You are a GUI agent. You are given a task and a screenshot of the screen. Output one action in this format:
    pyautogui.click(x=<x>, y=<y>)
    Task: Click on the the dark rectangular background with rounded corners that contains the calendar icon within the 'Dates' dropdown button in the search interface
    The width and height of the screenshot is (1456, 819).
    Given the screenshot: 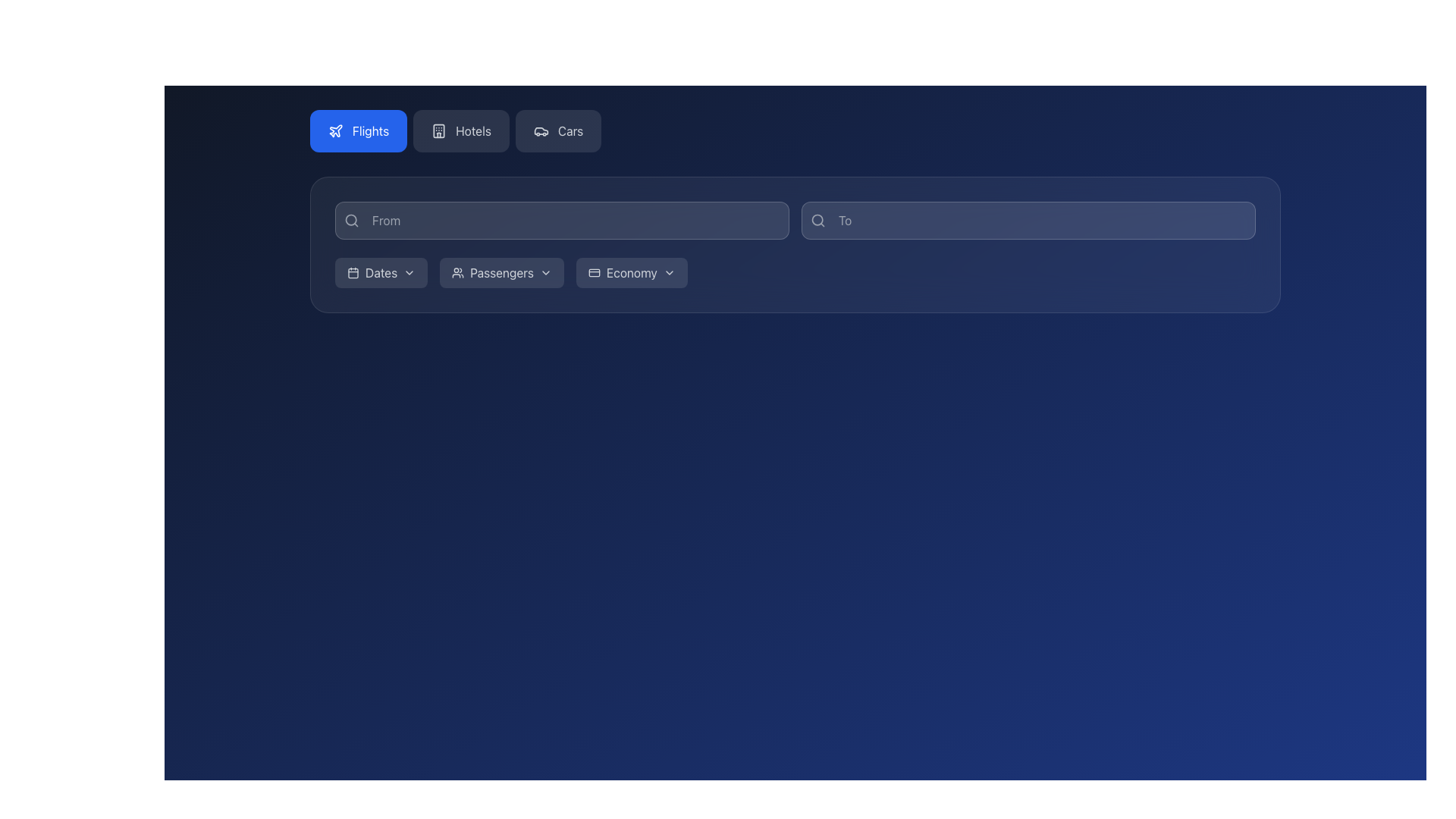 What is the action you would take?
    pyautogui.click(x=352, y=271)
    